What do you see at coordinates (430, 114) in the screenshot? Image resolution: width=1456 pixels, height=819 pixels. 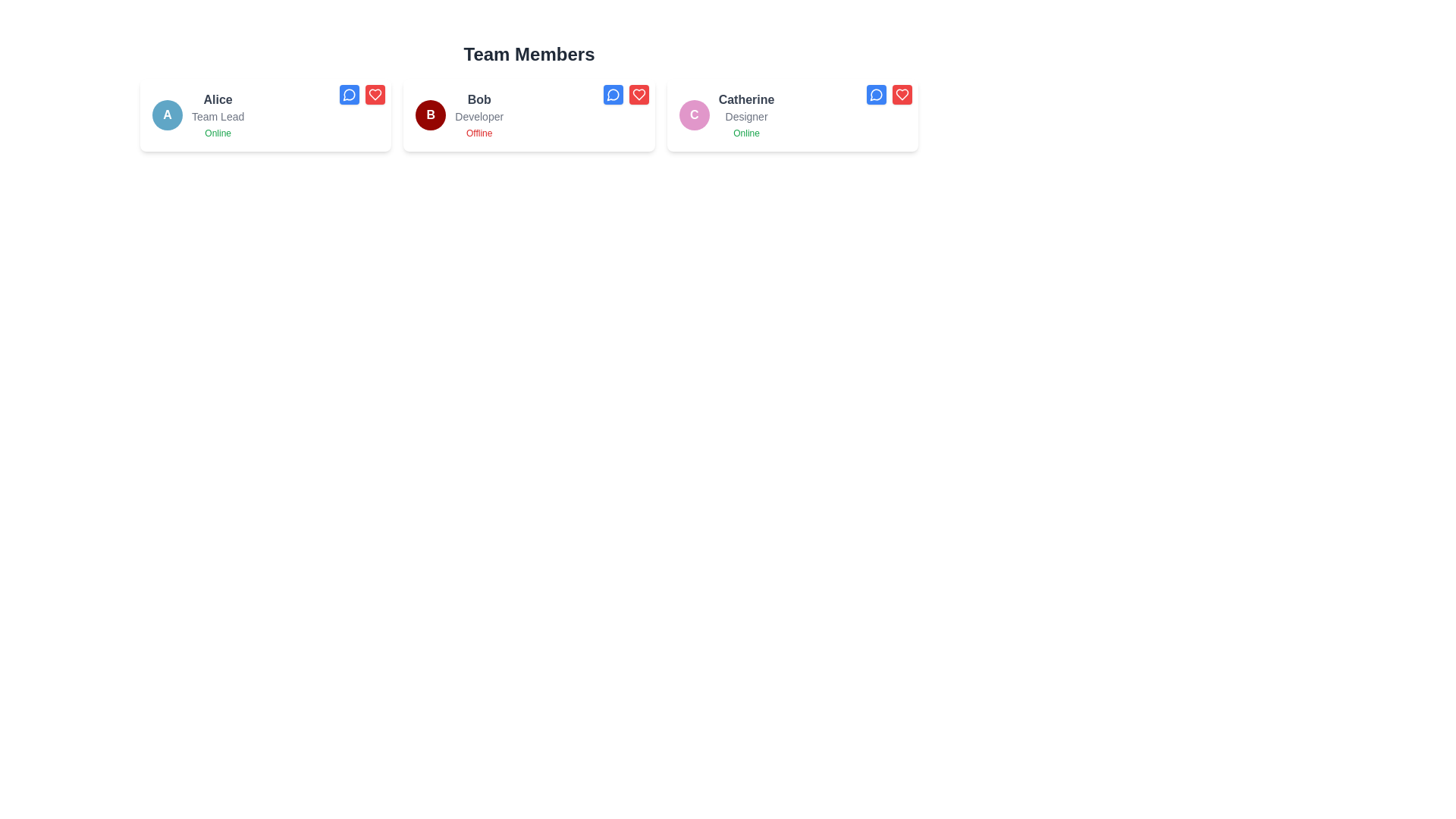 I see `the Profile icon representing the user named 'Bob', located on the left side of Bob's card in the 'Team Members' row` at bounding box center [430, 114].